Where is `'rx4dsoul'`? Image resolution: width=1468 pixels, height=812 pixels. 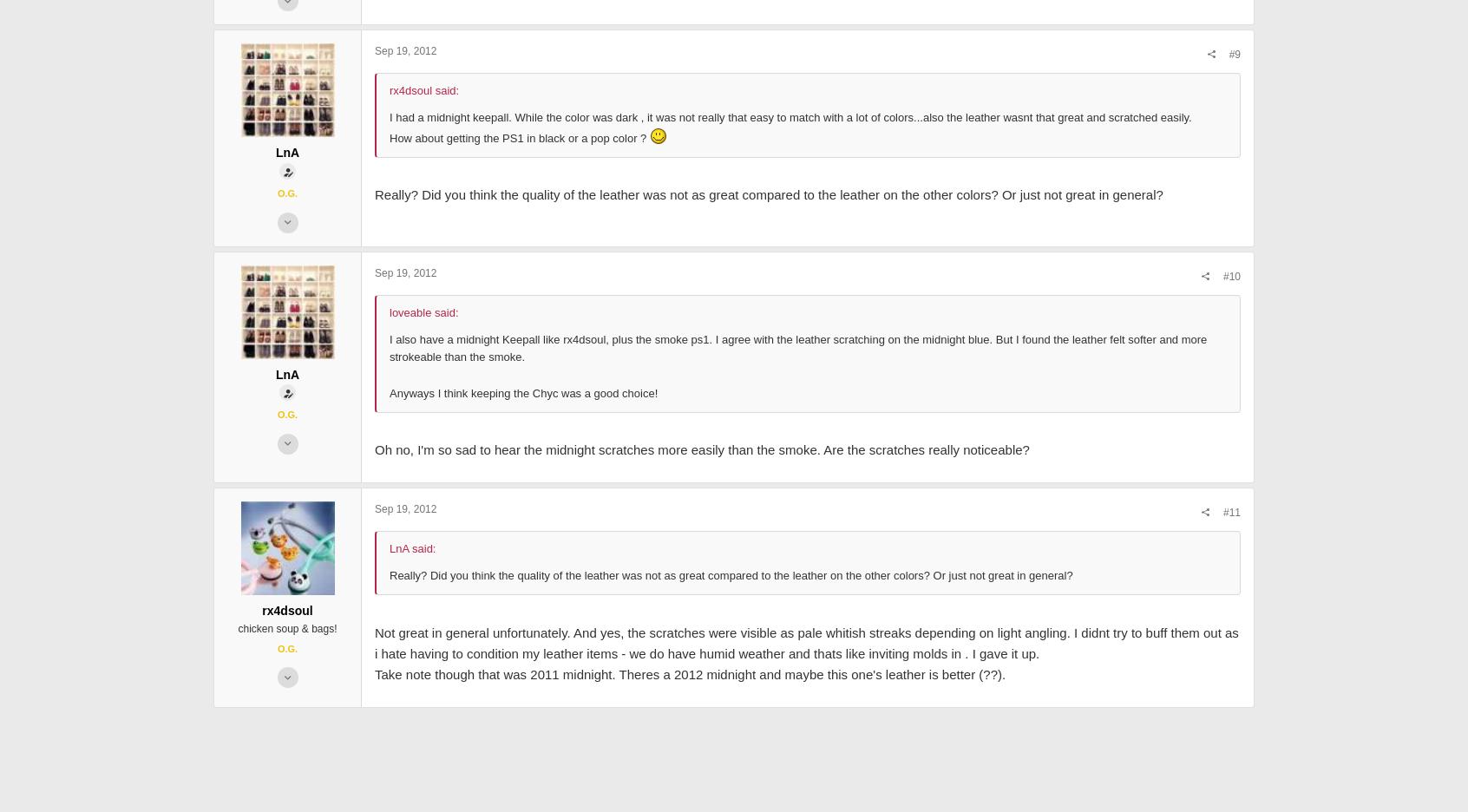 'rx4dsoul' is located at coordinates (261, 774).